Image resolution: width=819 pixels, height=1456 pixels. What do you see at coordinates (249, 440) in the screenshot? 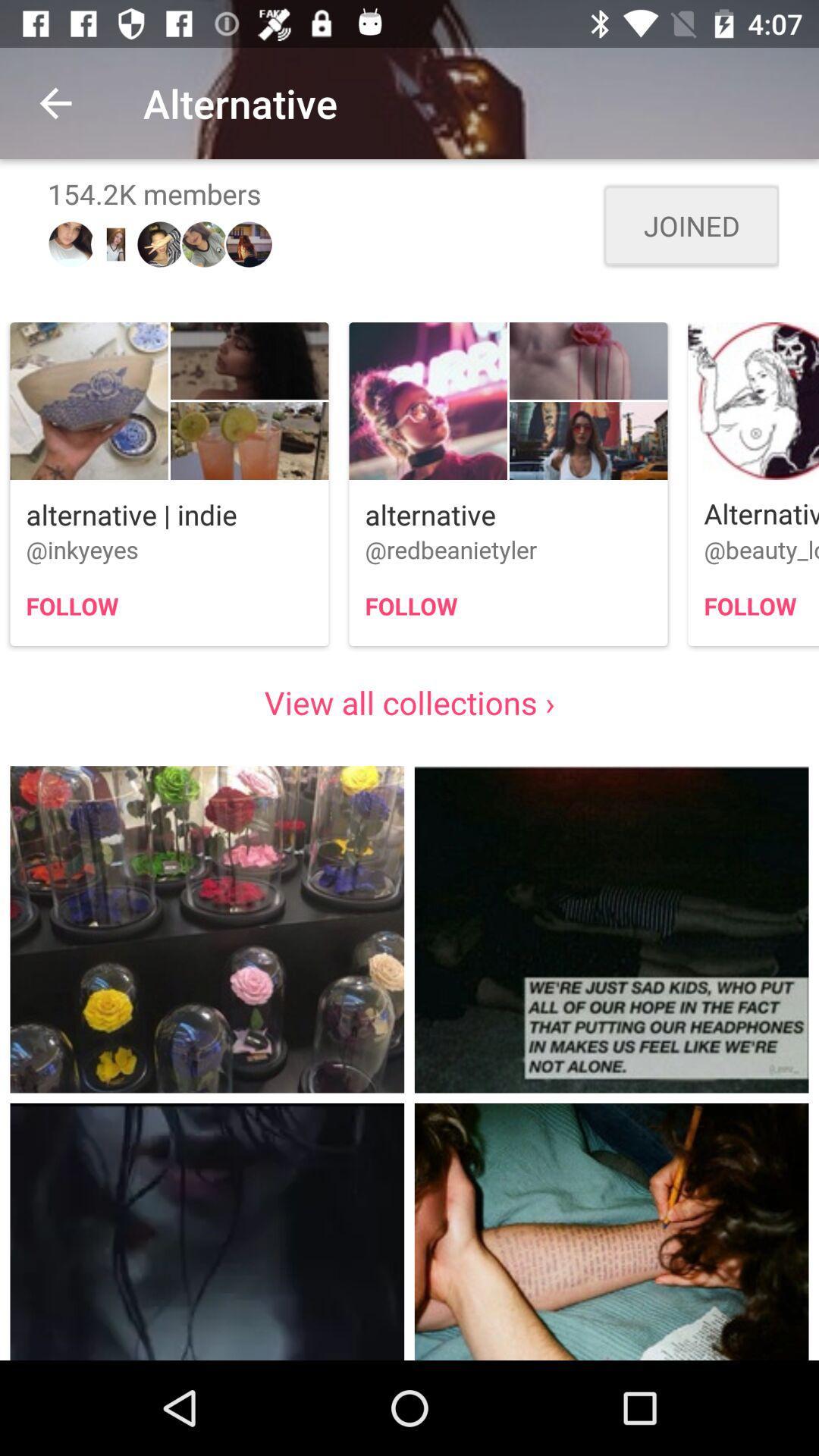
I see `the third image above alternative  indie` at bounding box center [249, 440].